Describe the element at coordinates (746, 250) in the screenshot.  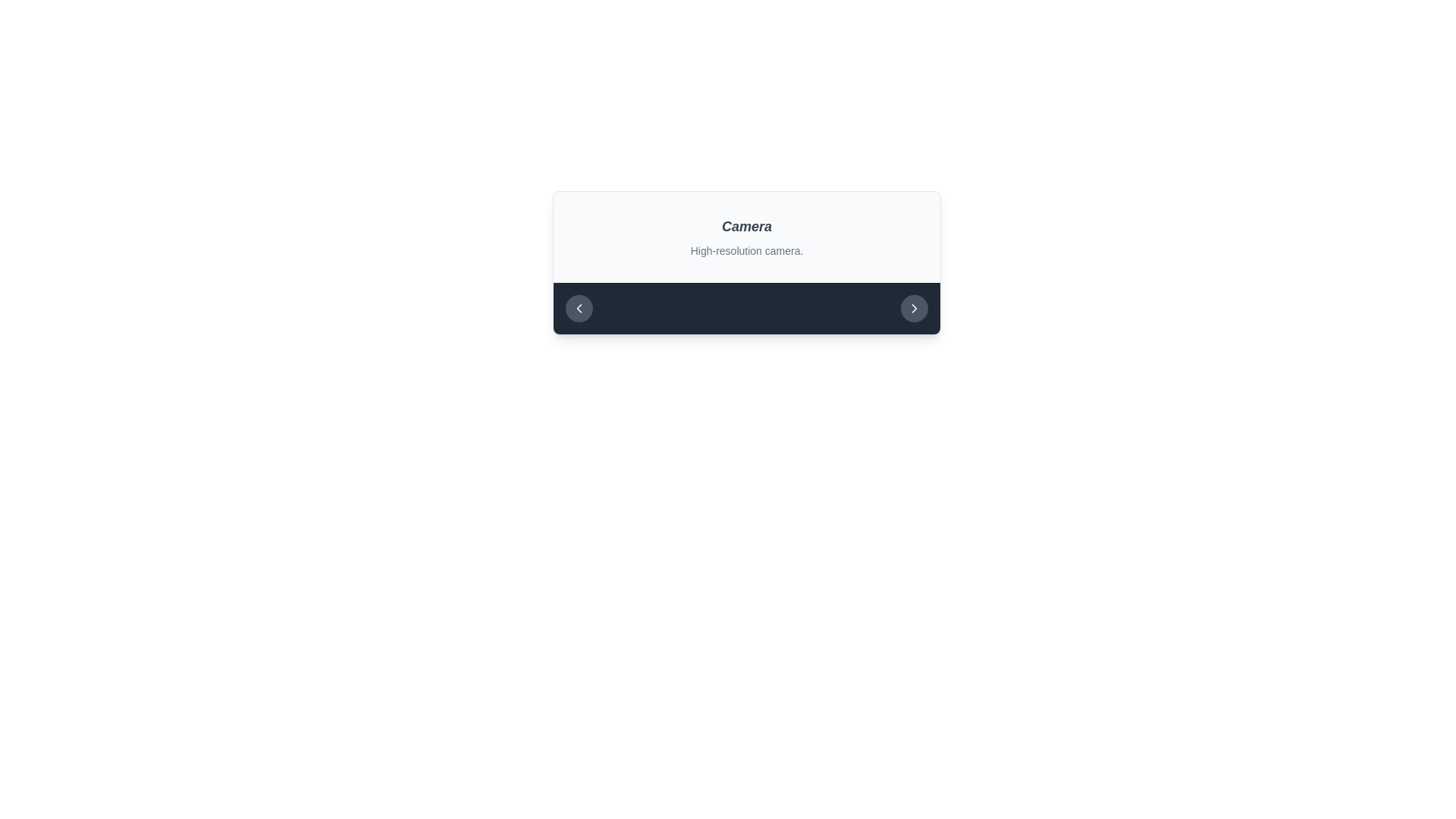
I see `the text element that displays 'High-resolution camera.' which is styled in a small, light gray font and located beneath the bold, italicized 'Camera' text` at that location.